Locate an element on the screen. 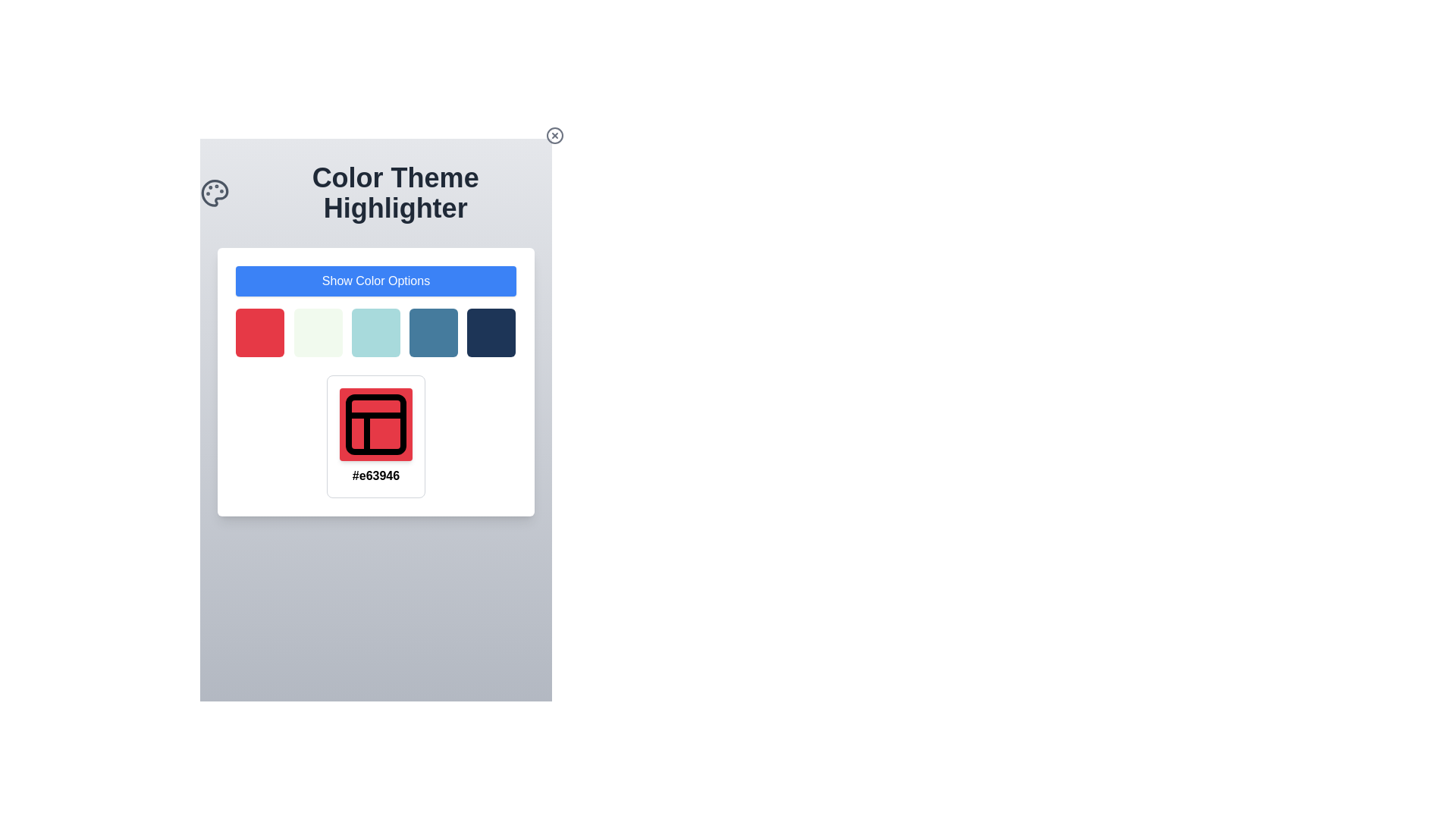 The width and height of the screenshot is (1456, 819). the third selectable grid item with a rounded-corner design and light teal background is located at coordinates (375, 332).